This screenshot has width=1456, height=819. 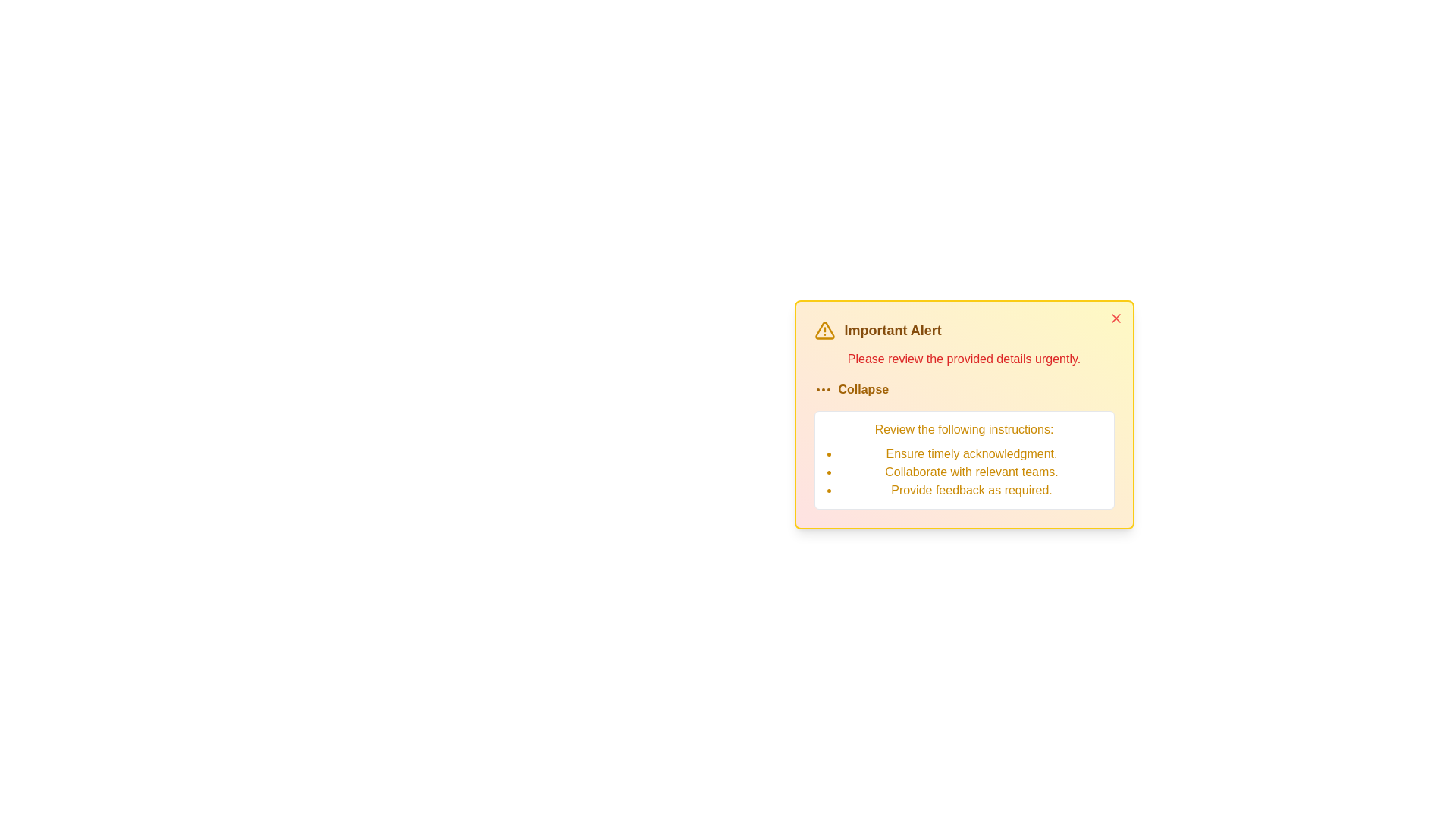 I want to click on the 'Collapse' button to toggle the visibility of detailed instructions, so click(x=851, y=388).